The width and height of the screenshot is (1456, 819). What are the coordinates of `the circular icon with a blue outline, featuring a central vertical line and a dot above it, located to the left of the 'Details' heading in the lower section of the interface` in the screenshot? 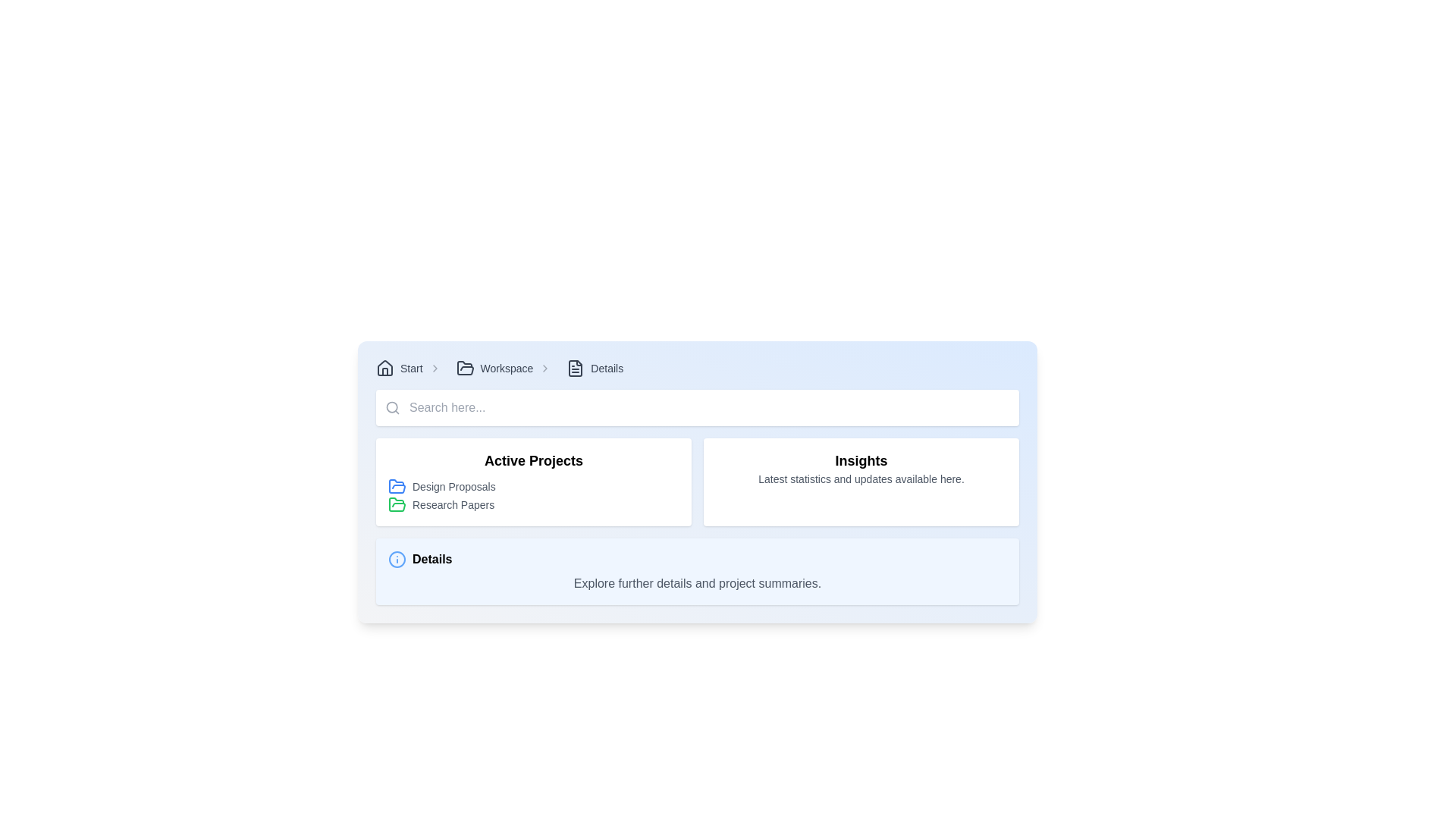 It's located at (397, 559).